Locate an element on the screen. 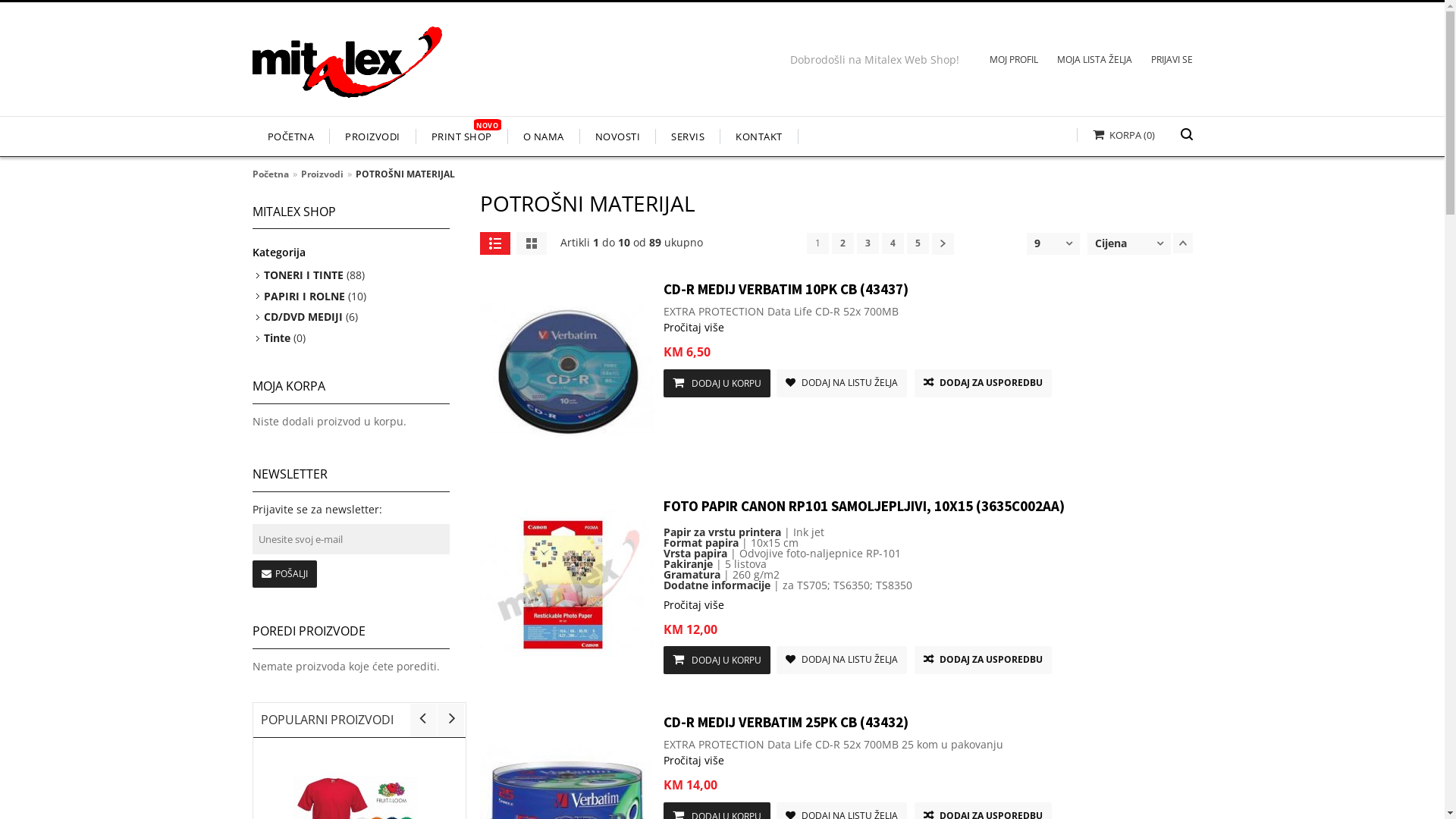  '9' is located at coordinates (1037, 242).